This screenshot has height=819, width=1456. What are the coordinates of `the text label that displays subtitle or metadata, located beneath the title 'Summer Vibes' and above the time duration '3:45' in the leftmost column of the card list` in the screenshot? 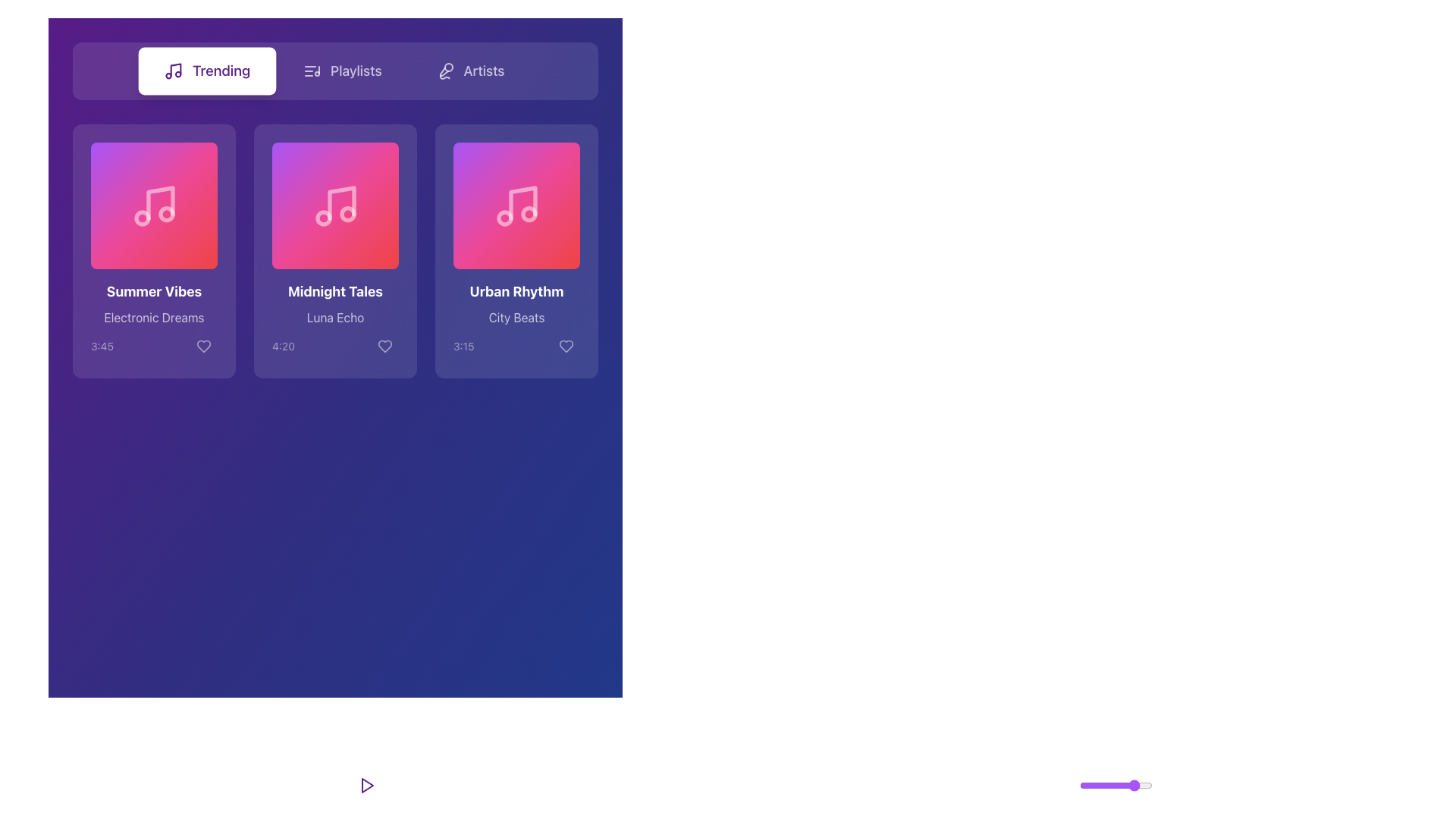 It's located at (154, 317).